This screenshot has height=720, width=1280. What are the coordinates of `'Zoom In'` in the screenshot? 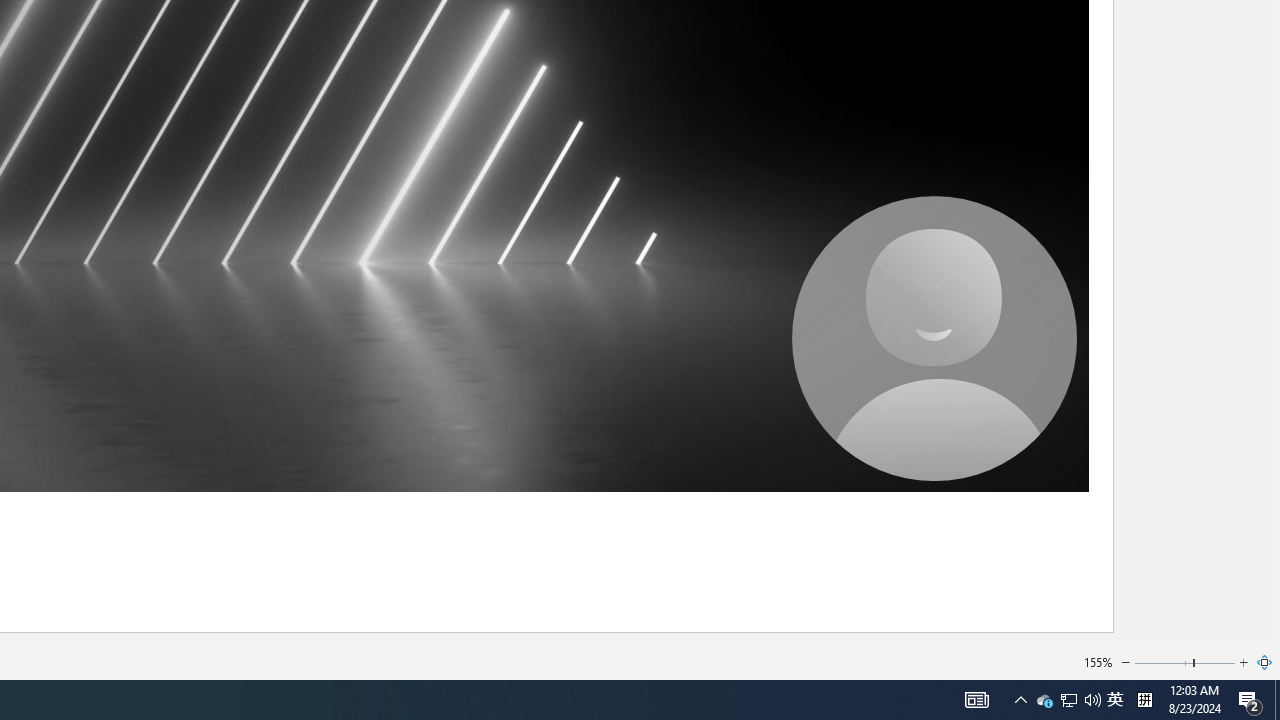 It's located at (1243, 663).